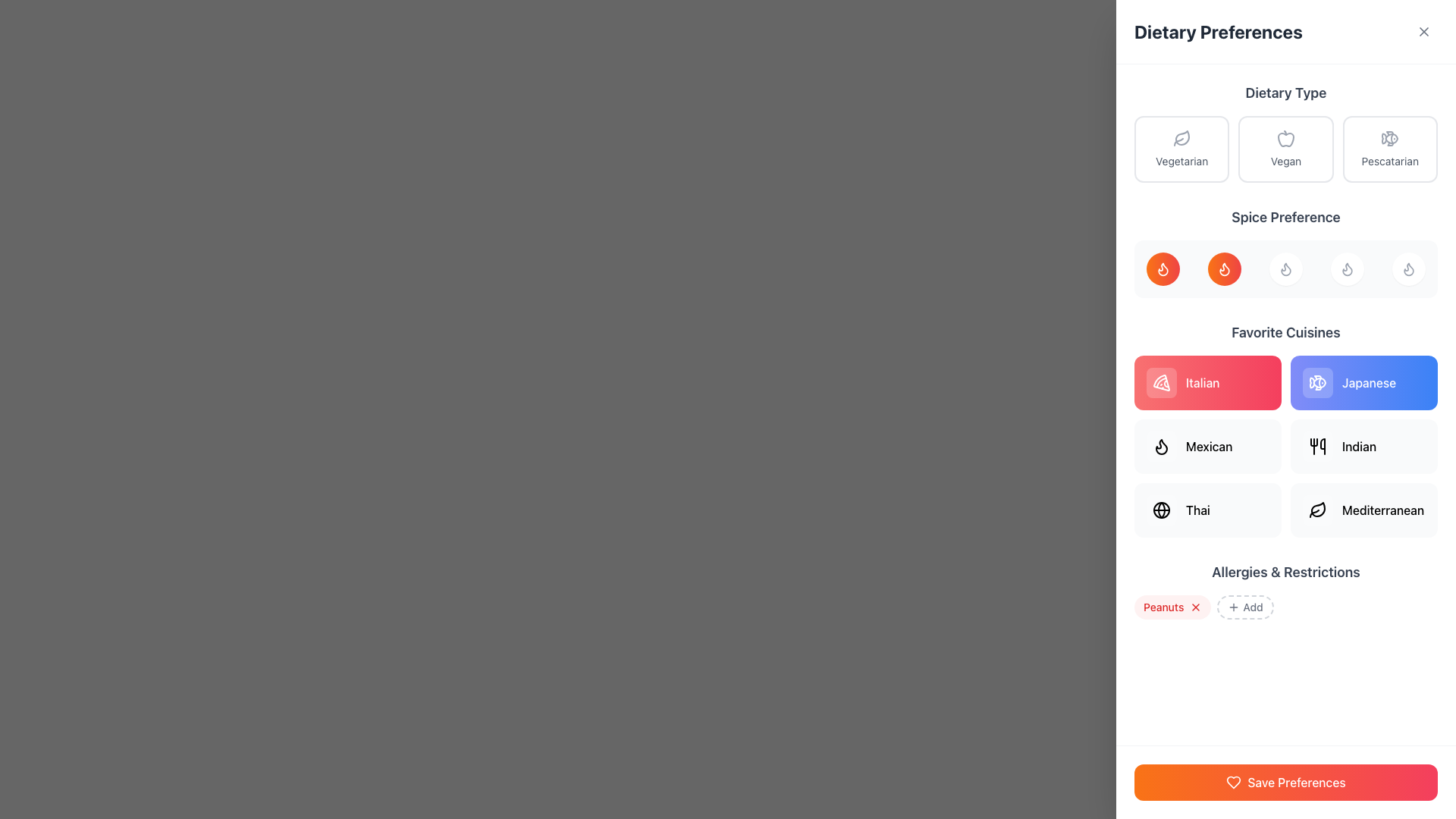  I want to click on the 'Japanese' cuisine button located in the 'Favorite Cuisines' section, positioned in the top-right corner of the button grid, so click(1364, 382).